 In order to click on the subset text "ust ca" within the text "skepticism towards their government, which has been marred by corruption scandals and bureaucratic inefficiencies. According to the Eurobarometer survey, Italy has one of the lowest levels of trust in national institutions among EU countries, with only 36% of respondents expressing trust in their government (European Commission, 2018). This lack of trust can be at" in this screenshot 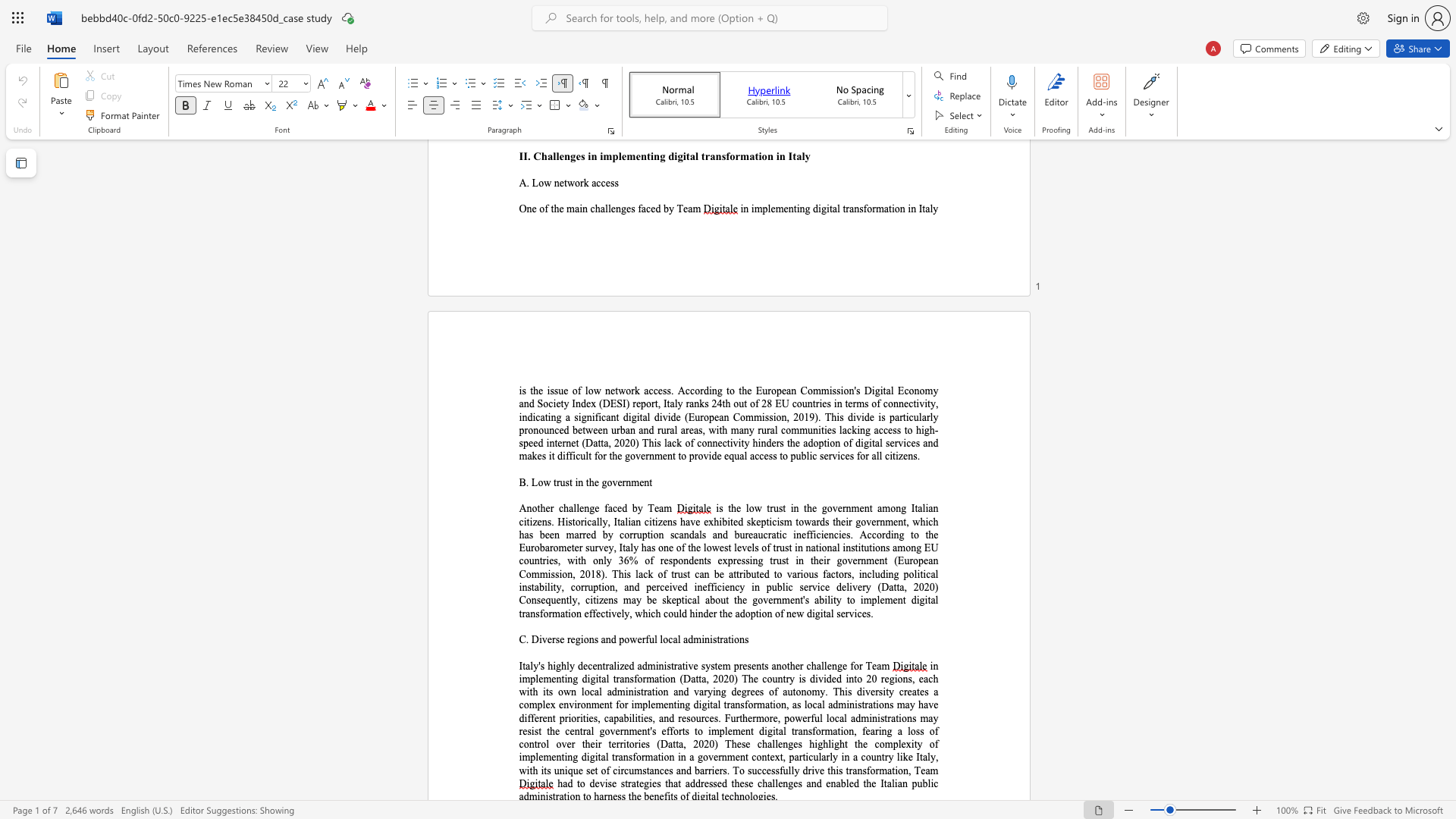, I will do `click(676, 574)`.